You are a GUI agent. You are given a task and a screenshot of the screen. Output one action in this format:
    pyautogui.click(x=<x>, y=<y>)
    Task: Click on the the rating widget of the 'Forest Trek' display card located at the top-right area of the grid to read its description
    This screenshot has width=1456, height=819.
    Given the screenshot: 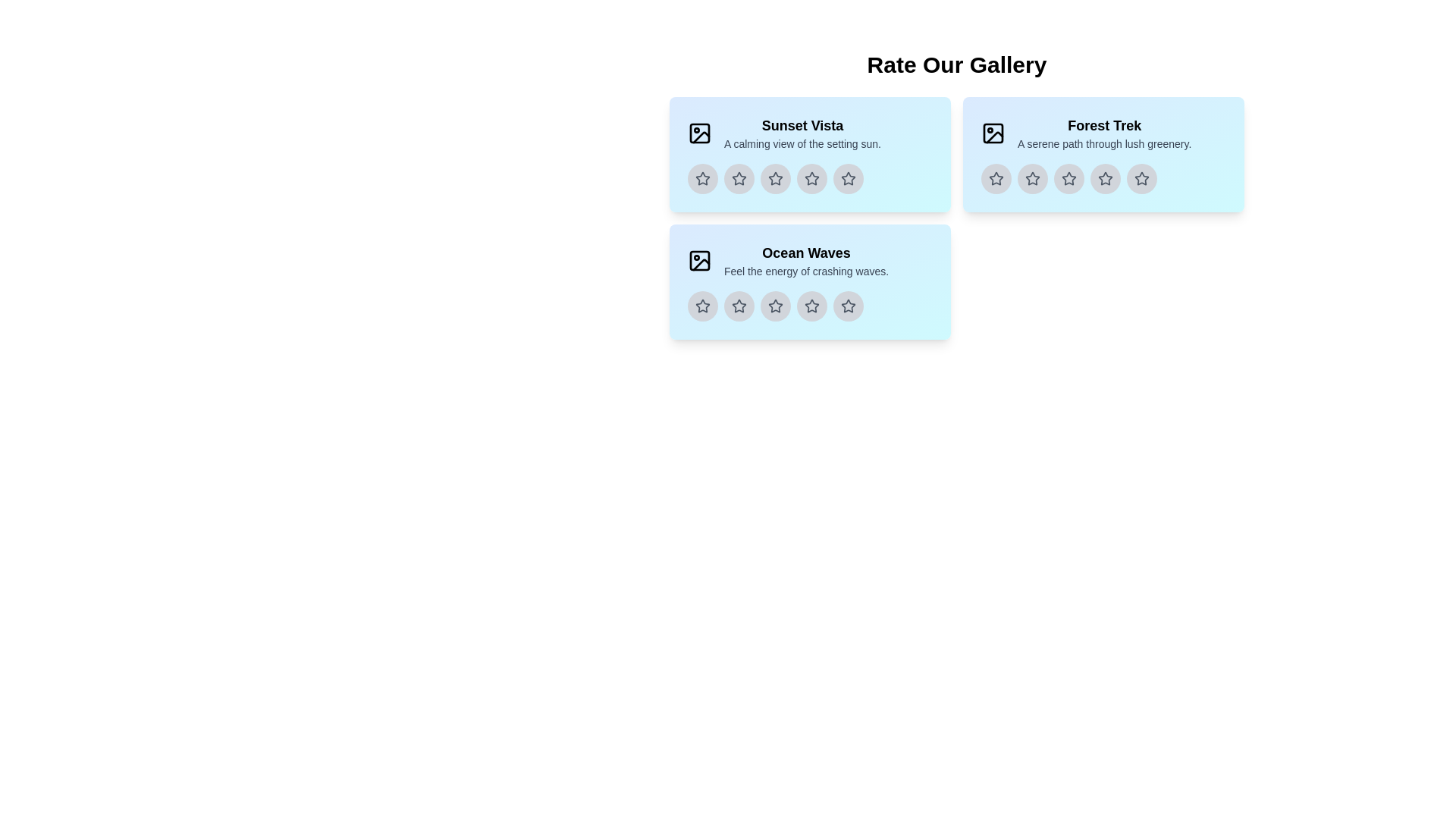 What is the action you would take?
    pyautogui.click(x=1103, y=155)
    